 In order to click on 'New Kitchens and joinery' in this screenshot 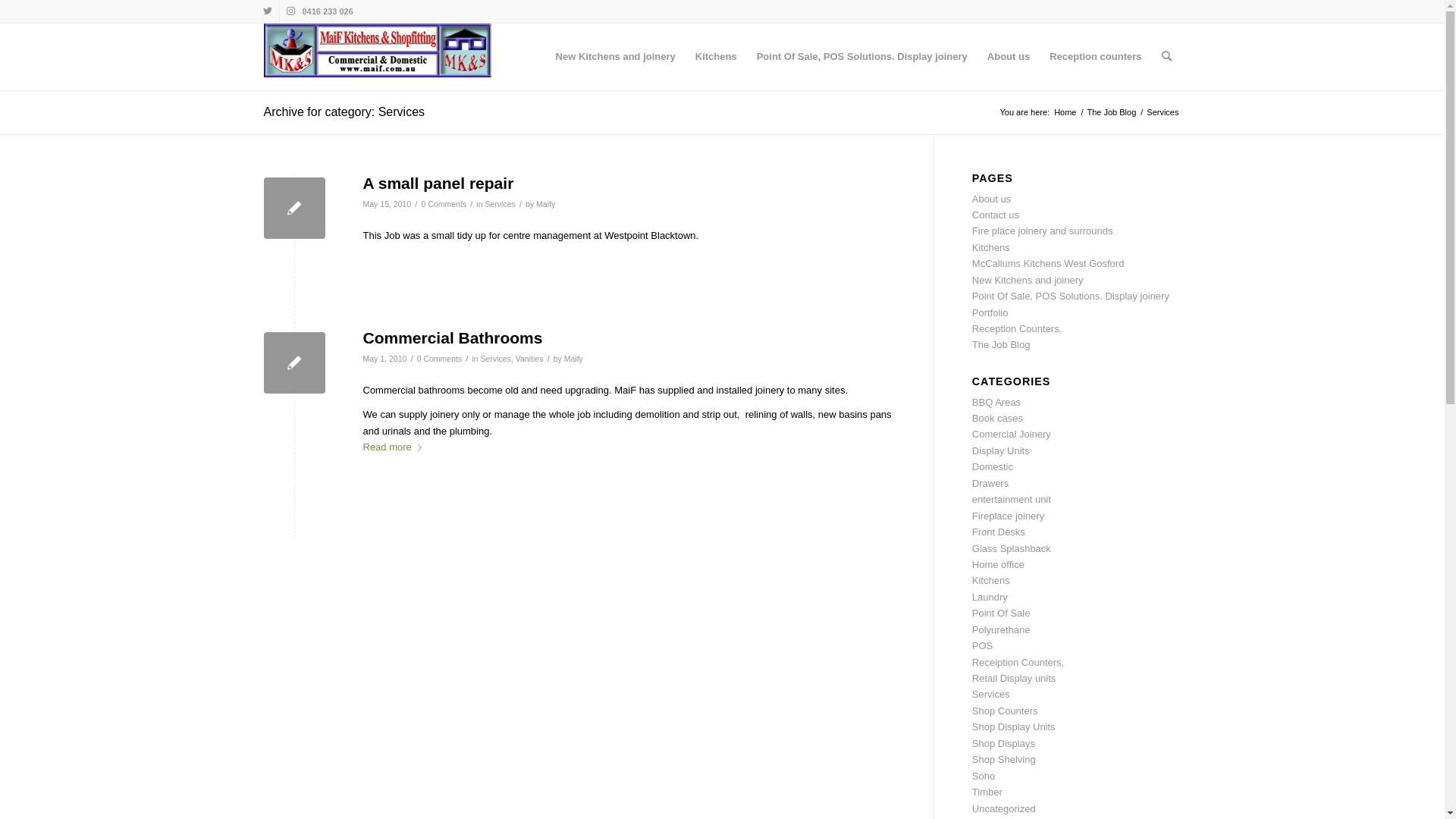, I will do `click(615, 55)`.